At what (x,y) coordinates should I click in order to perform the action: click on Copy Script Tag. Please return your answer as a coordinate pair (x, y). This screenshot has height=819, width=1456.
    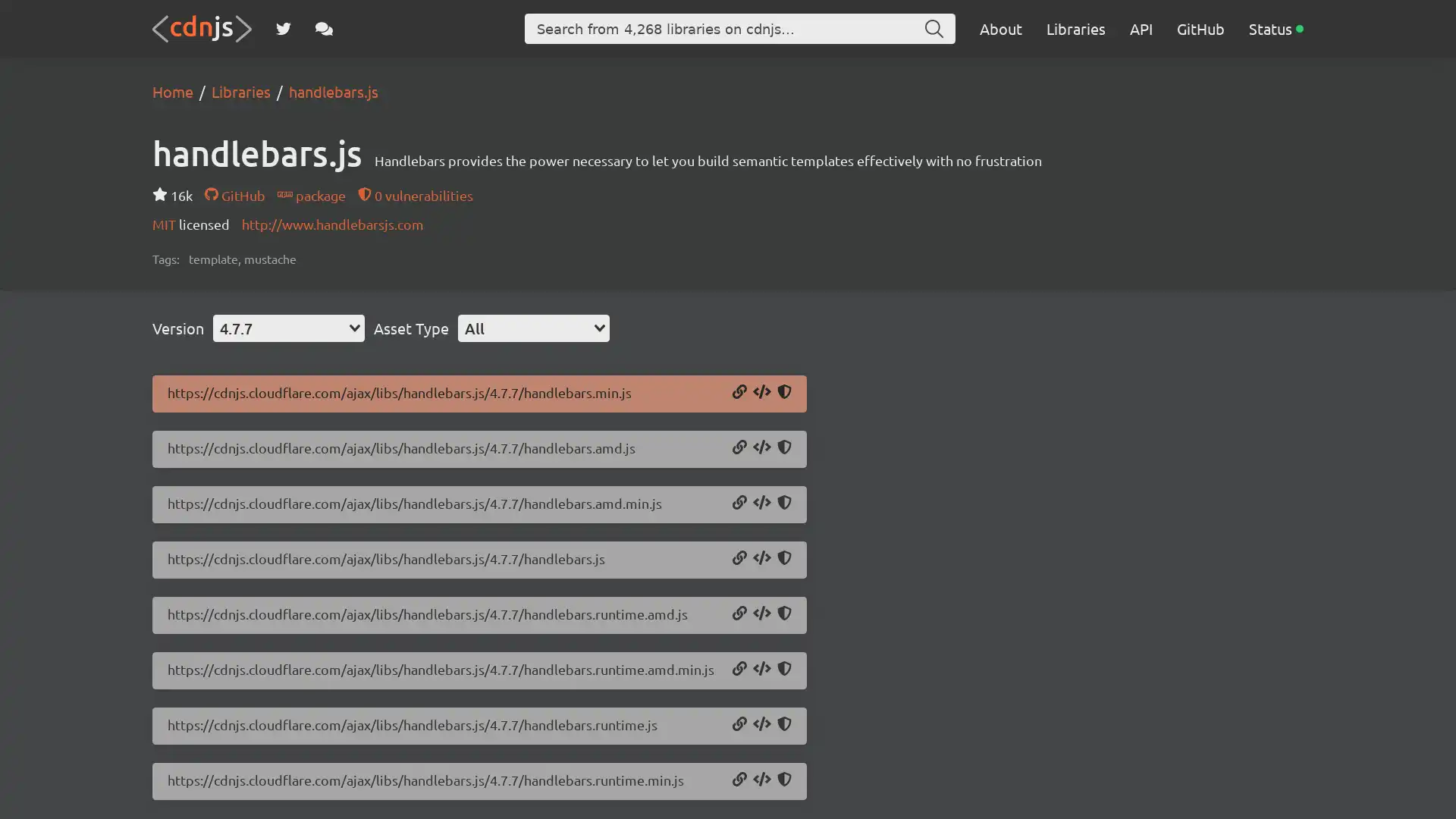
    Looking at the image, I should click on (761, 504).